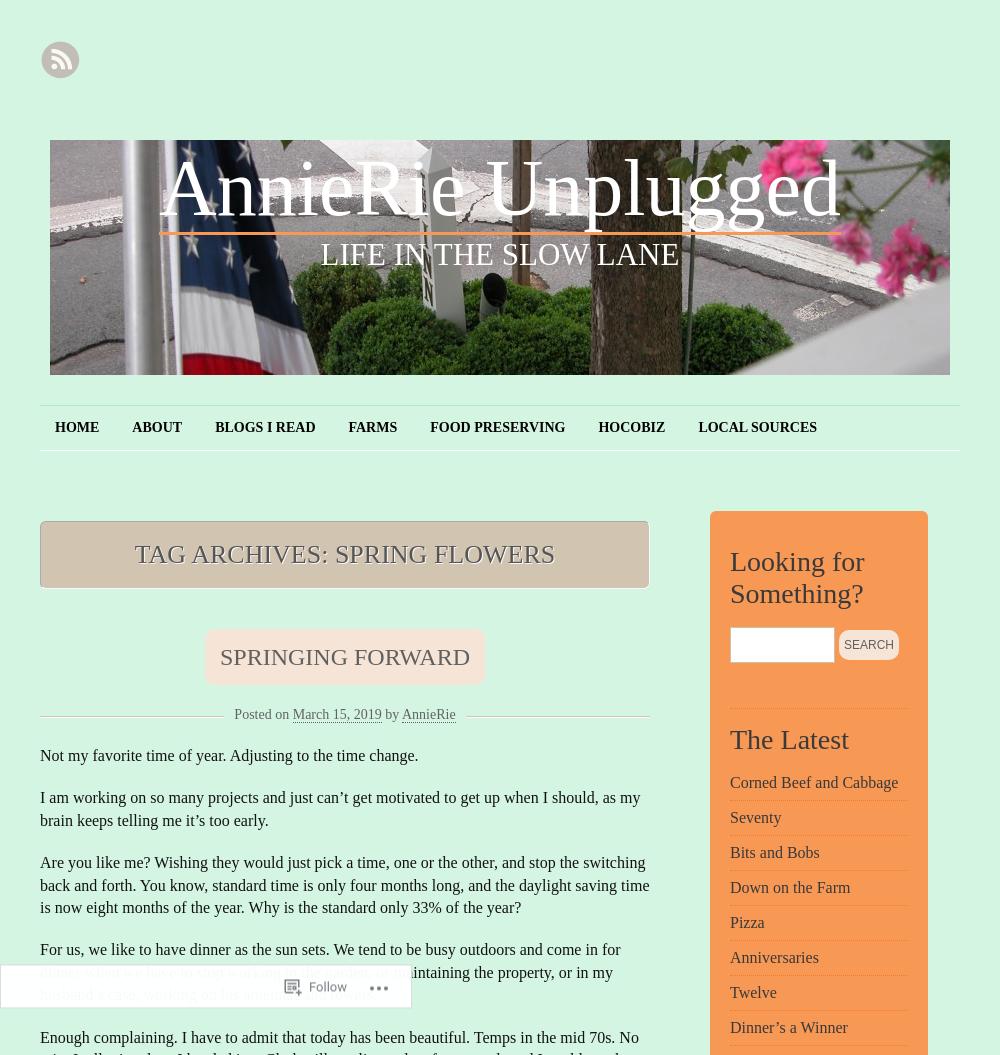  What do you see at coordinates (797, 576) in the screenshot?
I see `'Looking for Something?'` at bounding box center [797, 576].